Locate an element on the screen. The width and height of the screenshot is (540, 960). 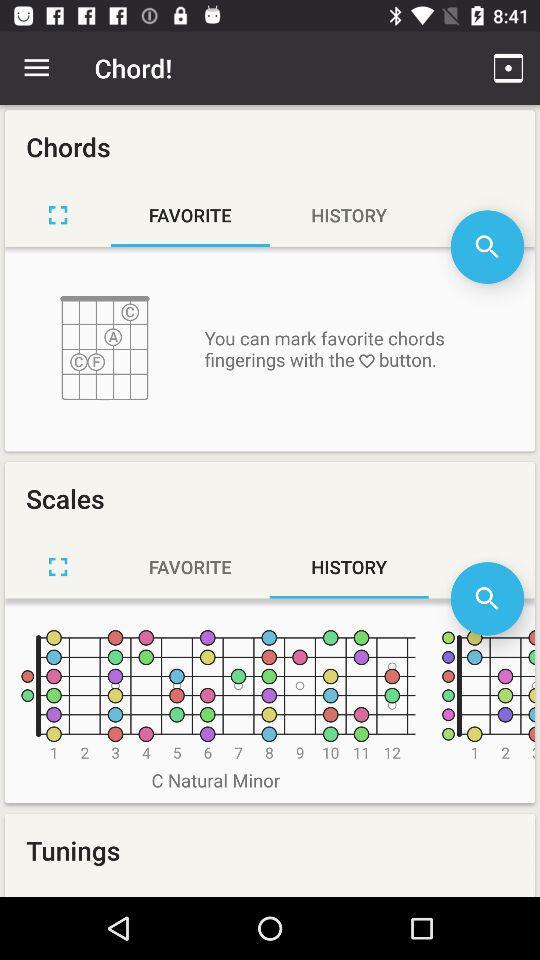
search icon is located at coordinates (486, 598).